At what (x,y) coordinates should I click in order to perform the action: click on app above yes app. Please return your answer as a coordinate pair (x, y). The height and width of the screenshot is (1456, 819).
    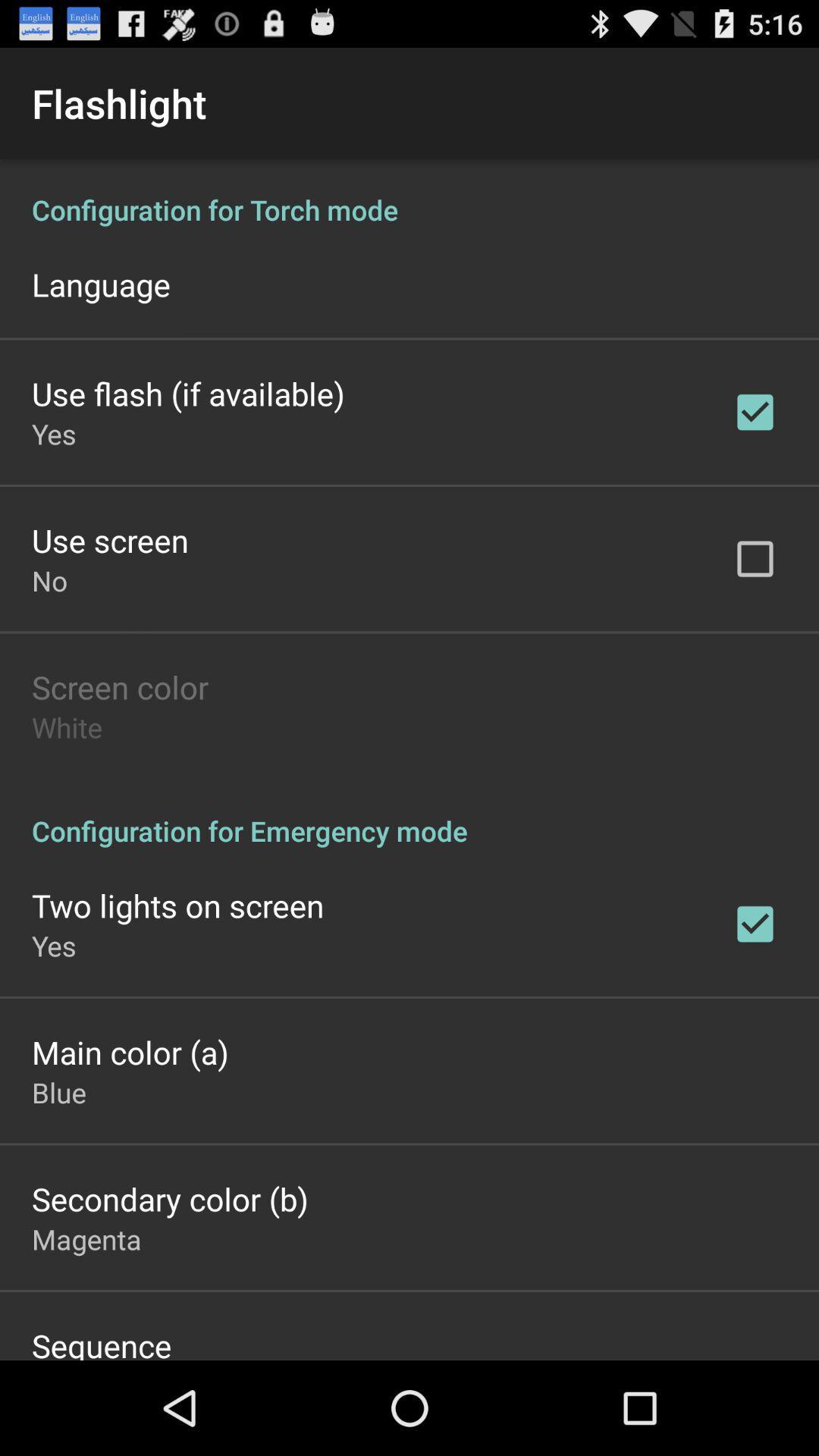
    Looking at the image, I should click on (187, 393).